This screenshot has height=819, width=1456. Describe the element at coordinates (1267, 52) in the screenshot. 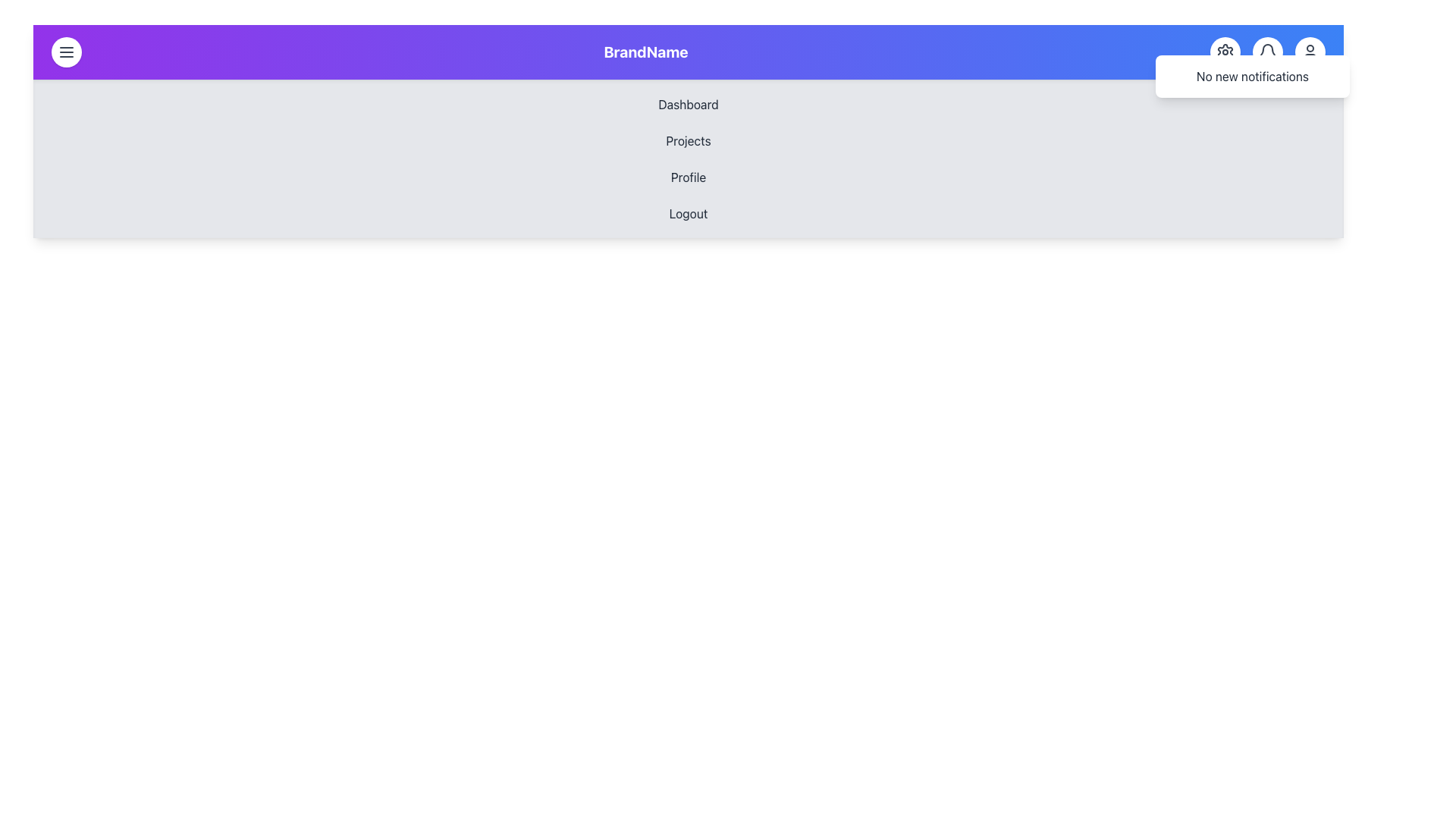

I see `the bell-shaped icon button in the top-right corner of the toolbar` at that location.